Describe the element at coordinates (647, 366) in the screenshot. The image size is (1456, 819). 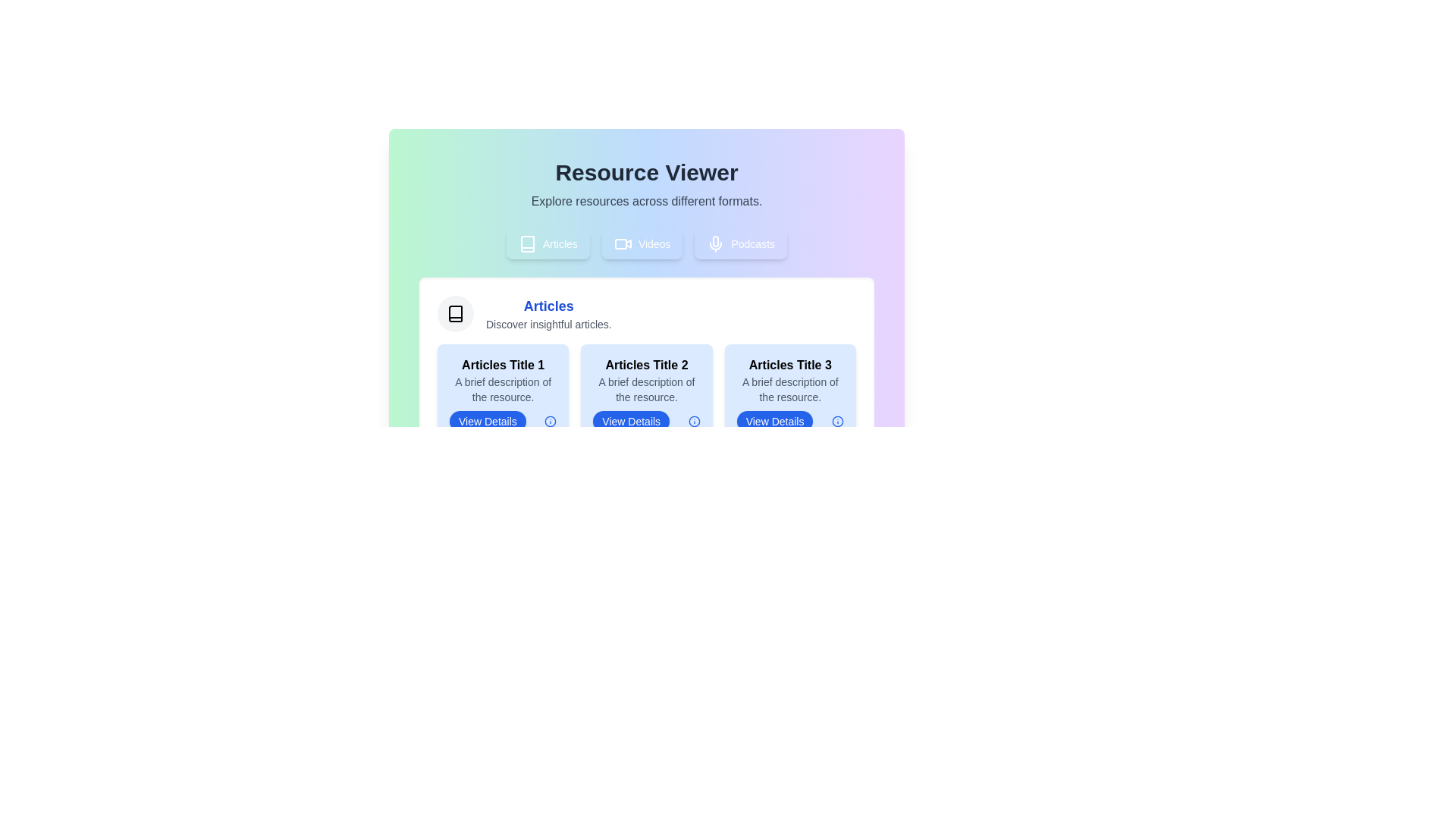
I see `title text block located at the top of the second card from the left in a three-column layout` at that location.